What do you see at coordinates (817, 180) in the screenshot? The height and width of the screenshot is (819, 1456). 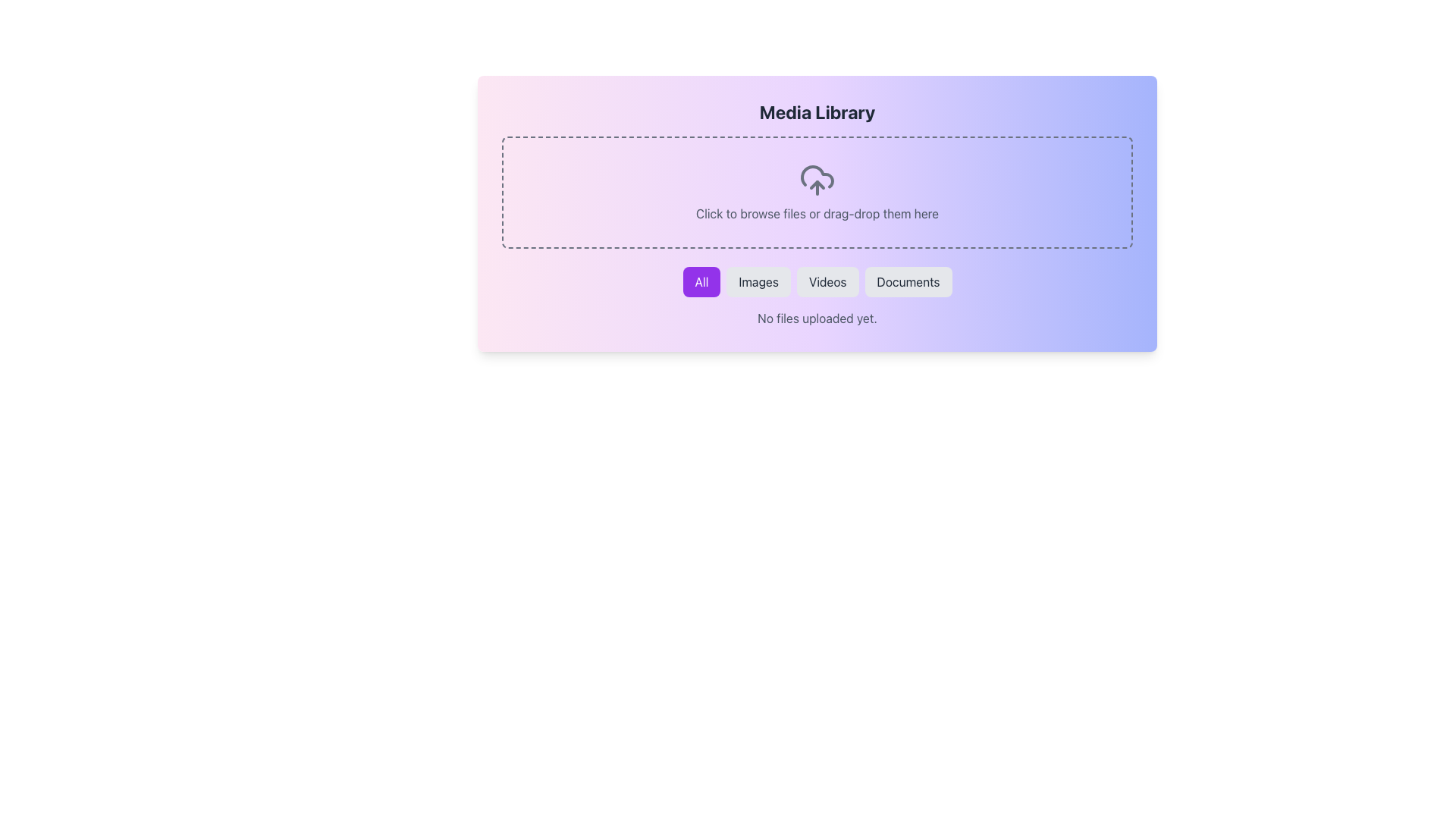 I see `the file upload icon located at the center of the dashed-bordered upload box, which has the text 'Click to browse files or drag-drop them here.'` at bounding box center [817, 180].